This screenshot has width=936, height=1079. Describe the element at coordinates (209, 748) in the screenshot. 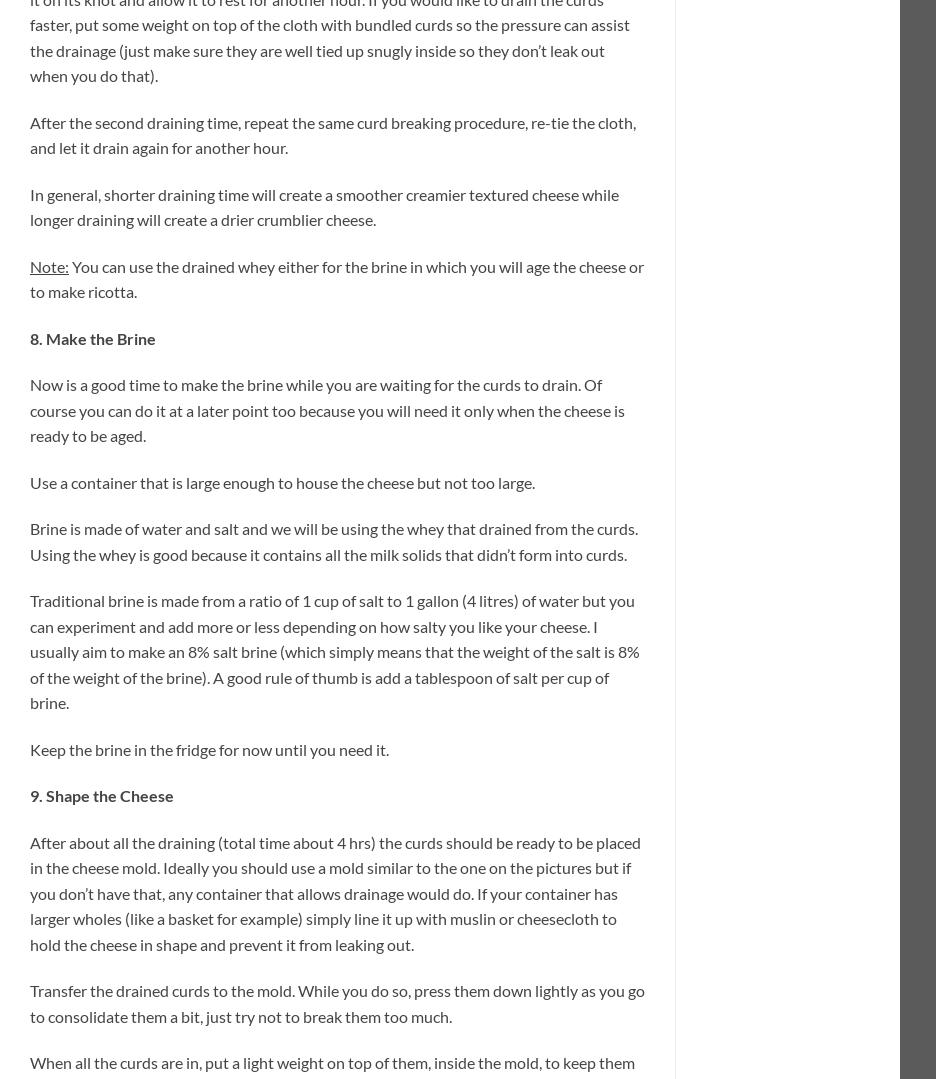

I see `'Keep the brine in the fridge for now until you need it.'` at that location.